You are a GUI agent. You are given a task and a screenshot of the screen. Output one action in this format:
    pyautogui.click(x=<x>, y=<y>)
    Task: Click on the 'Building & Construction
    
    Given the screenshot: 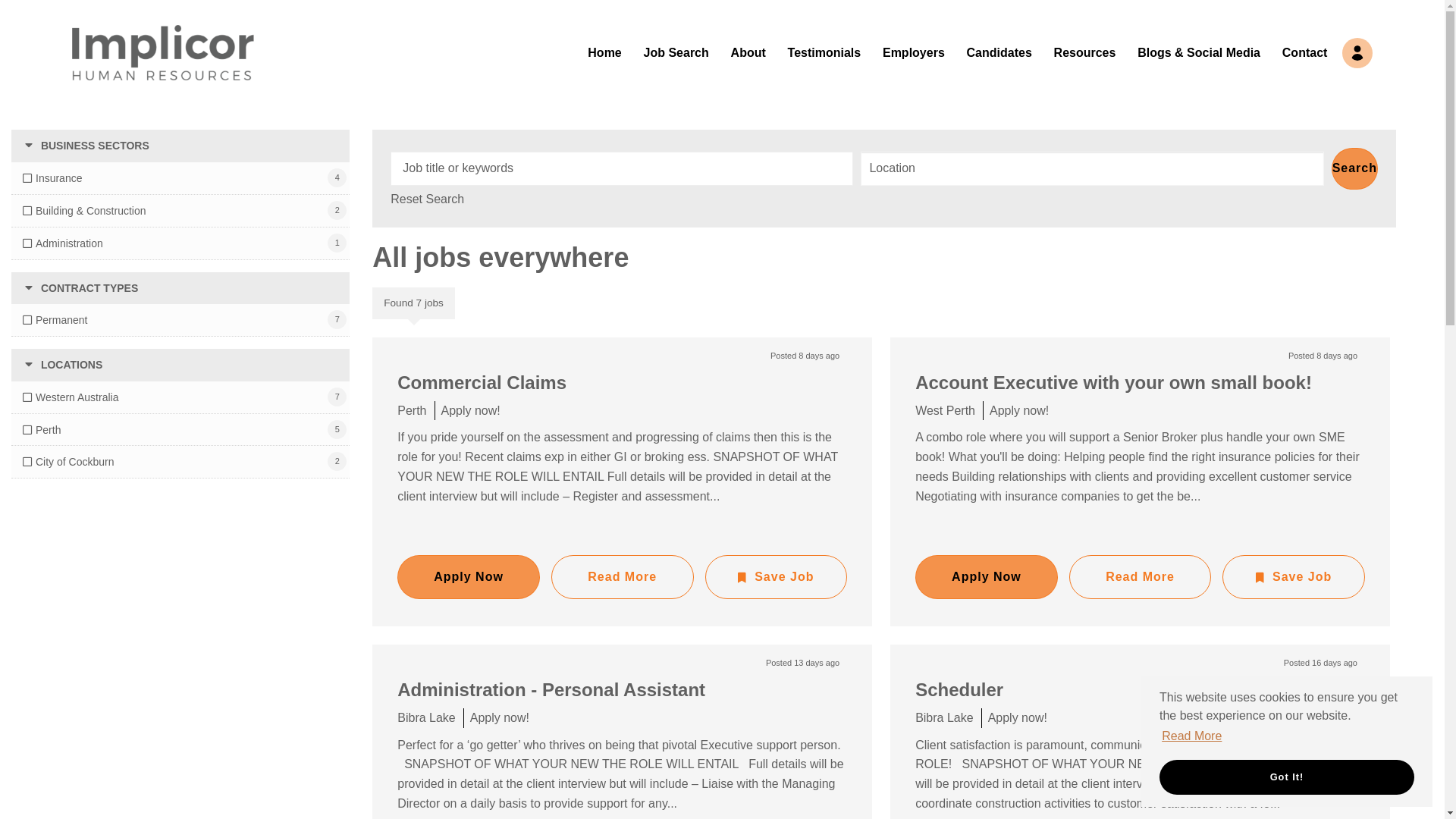 What is the action you would take?
    pyautogui.click(x=83, y=210)
    